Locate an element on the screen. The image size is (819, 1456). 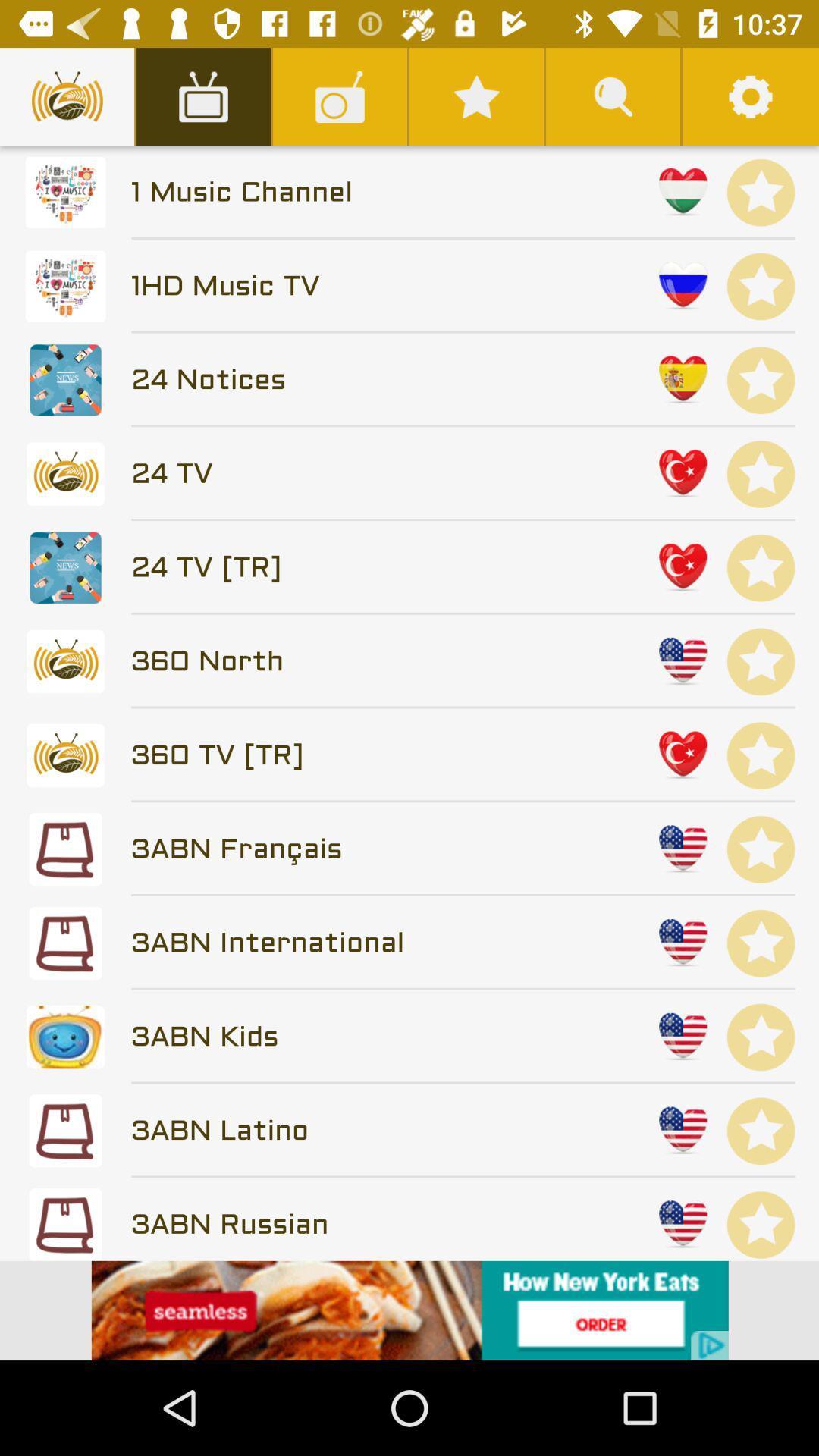
open the advertisement is located at coordinates (409, 1310).